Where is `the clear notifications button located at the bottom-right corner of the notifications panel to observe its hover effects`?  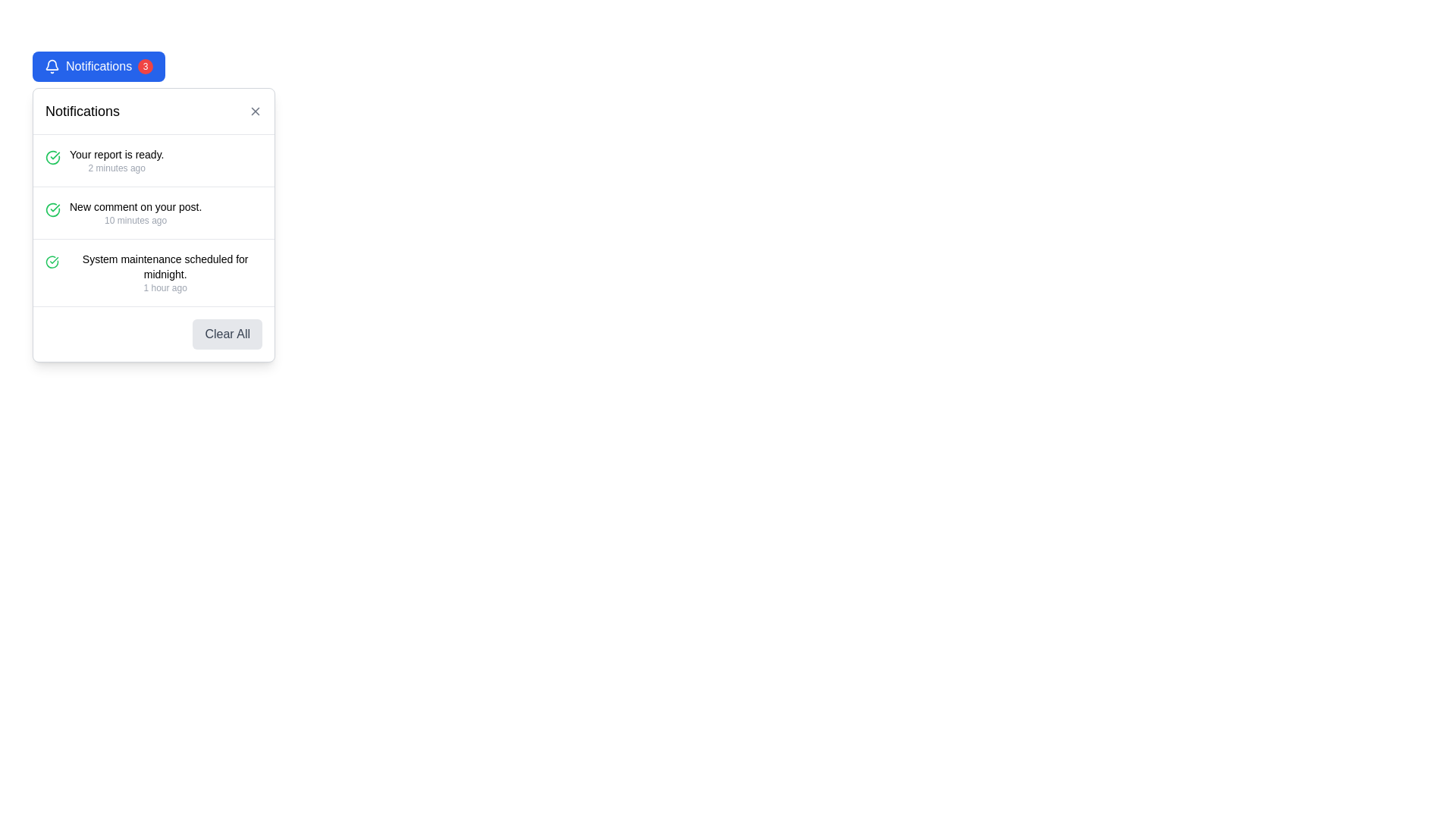 the clear notifications button located at the bottom-right corner of the notifications panel to observe its hover effects is located at coordinates (227, 333).